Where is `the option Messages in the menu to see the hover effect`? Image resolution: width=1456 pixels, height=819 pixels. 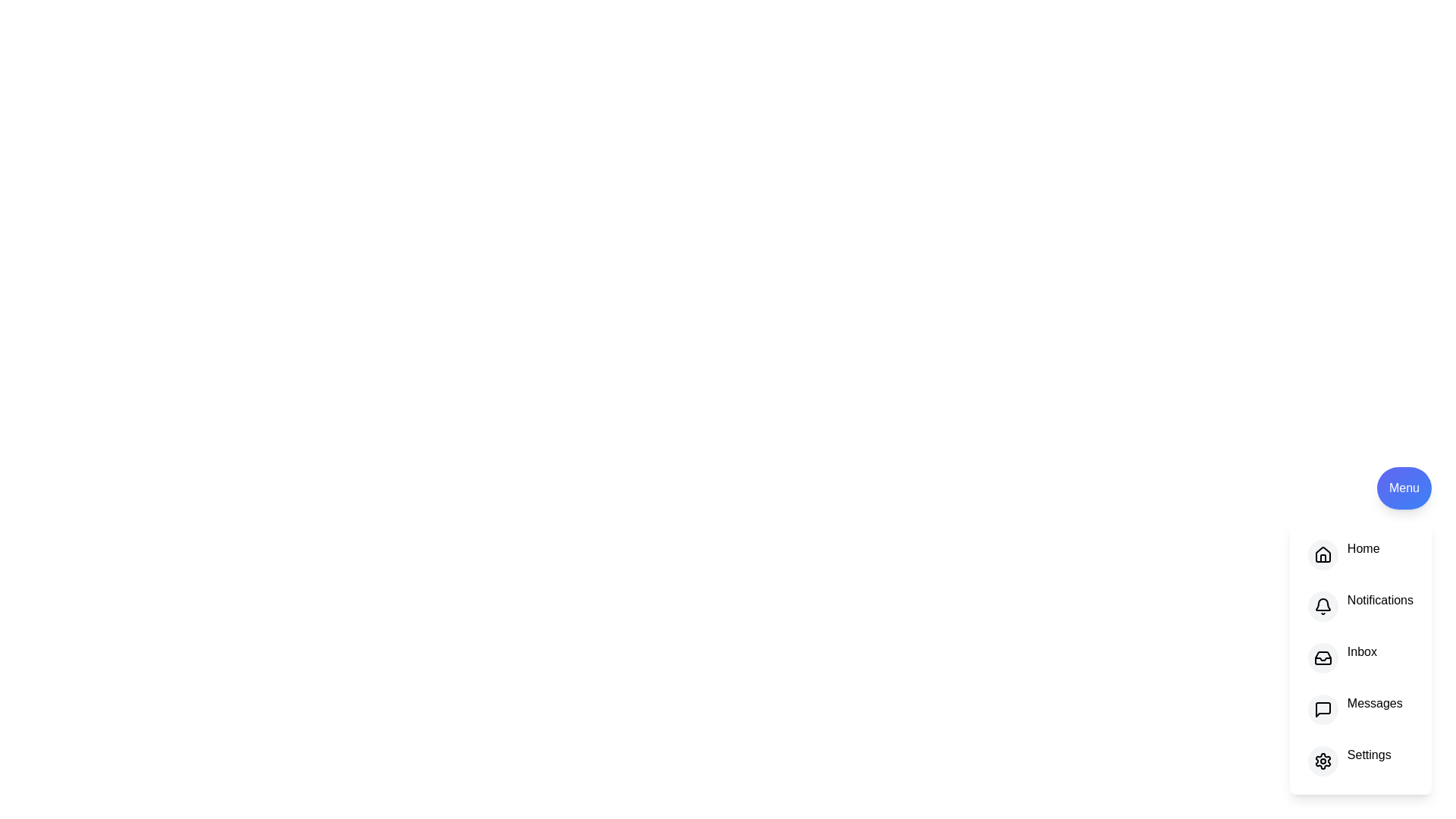 the option Messages in the menu to see the hover effect is located at coordinates (1360, 710).